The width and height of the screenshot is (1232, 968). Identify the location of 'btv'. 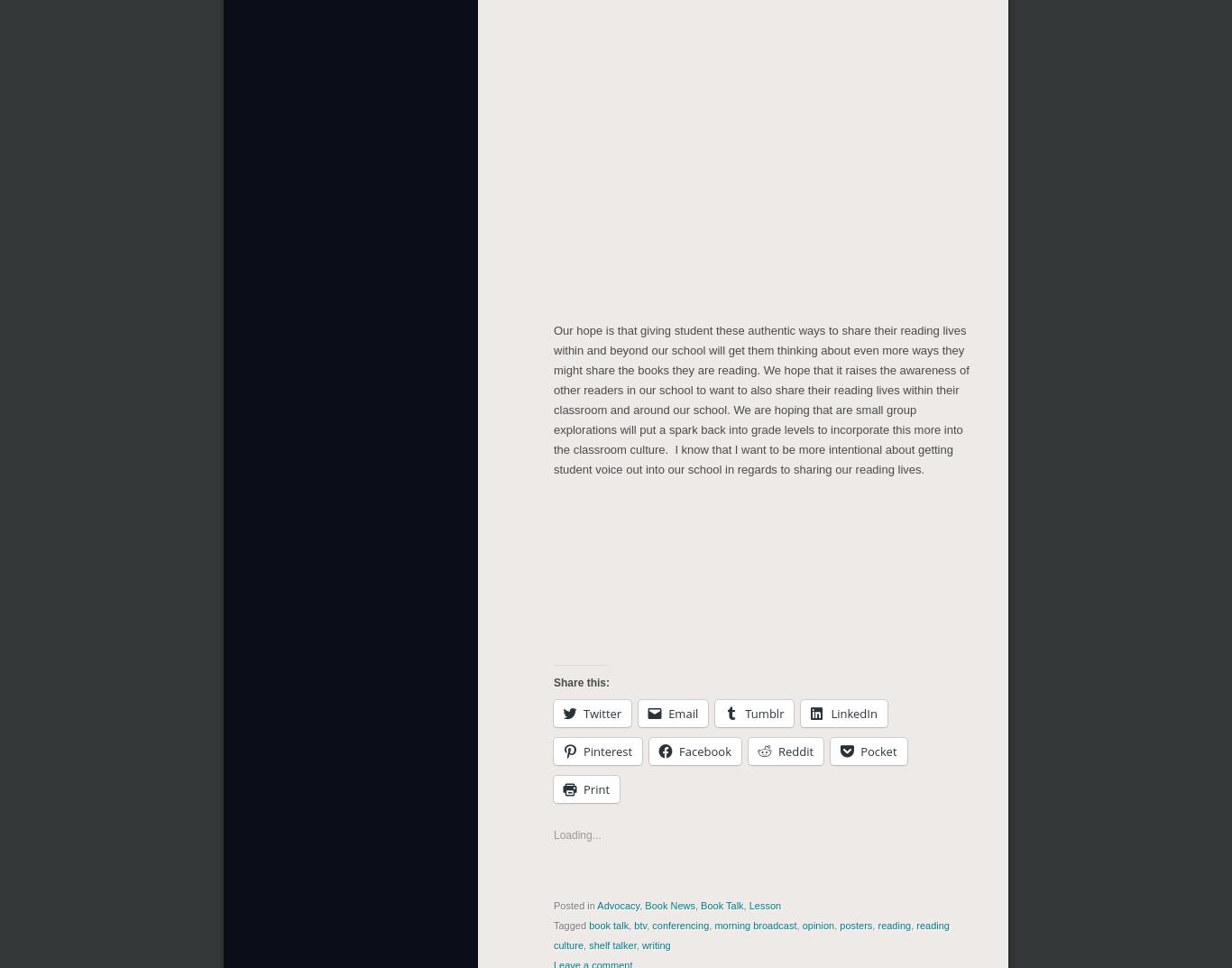
(640, 925).